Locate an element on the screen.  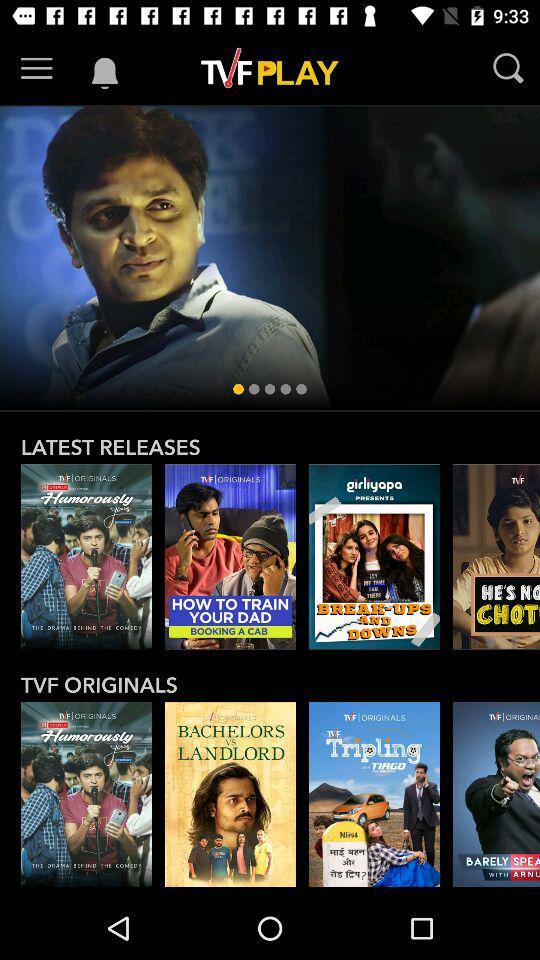
the play icon is located at coordinates (495, 556).